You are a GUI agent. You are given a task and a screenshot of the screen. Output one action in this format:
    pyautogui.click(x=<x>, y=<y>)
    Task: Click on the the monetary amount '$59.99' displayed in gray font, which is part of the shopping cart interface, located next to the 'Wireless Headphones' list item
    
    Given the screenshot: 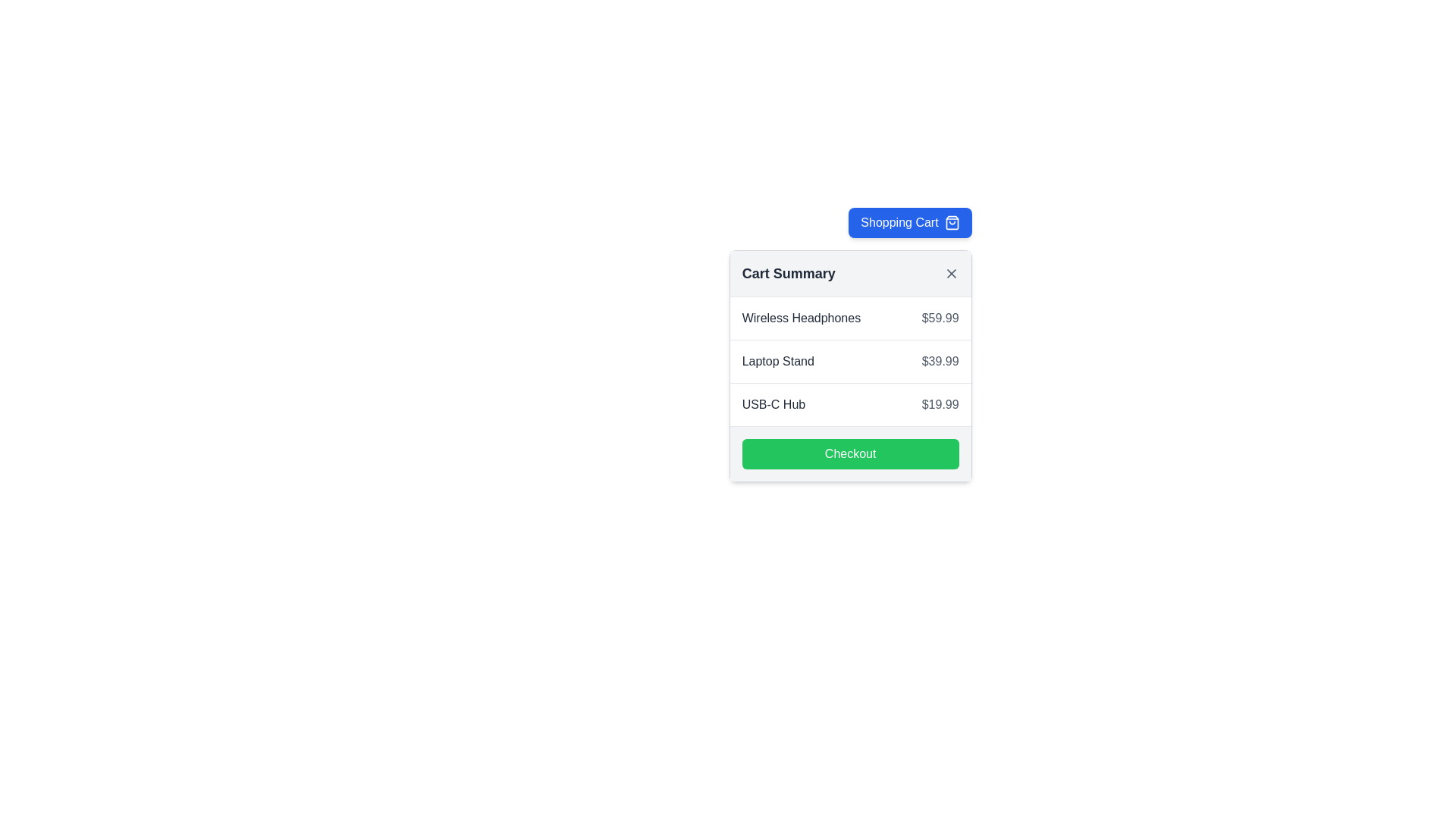 What is the action you would take?
    pyautogui.click(x=940, y=318)
    